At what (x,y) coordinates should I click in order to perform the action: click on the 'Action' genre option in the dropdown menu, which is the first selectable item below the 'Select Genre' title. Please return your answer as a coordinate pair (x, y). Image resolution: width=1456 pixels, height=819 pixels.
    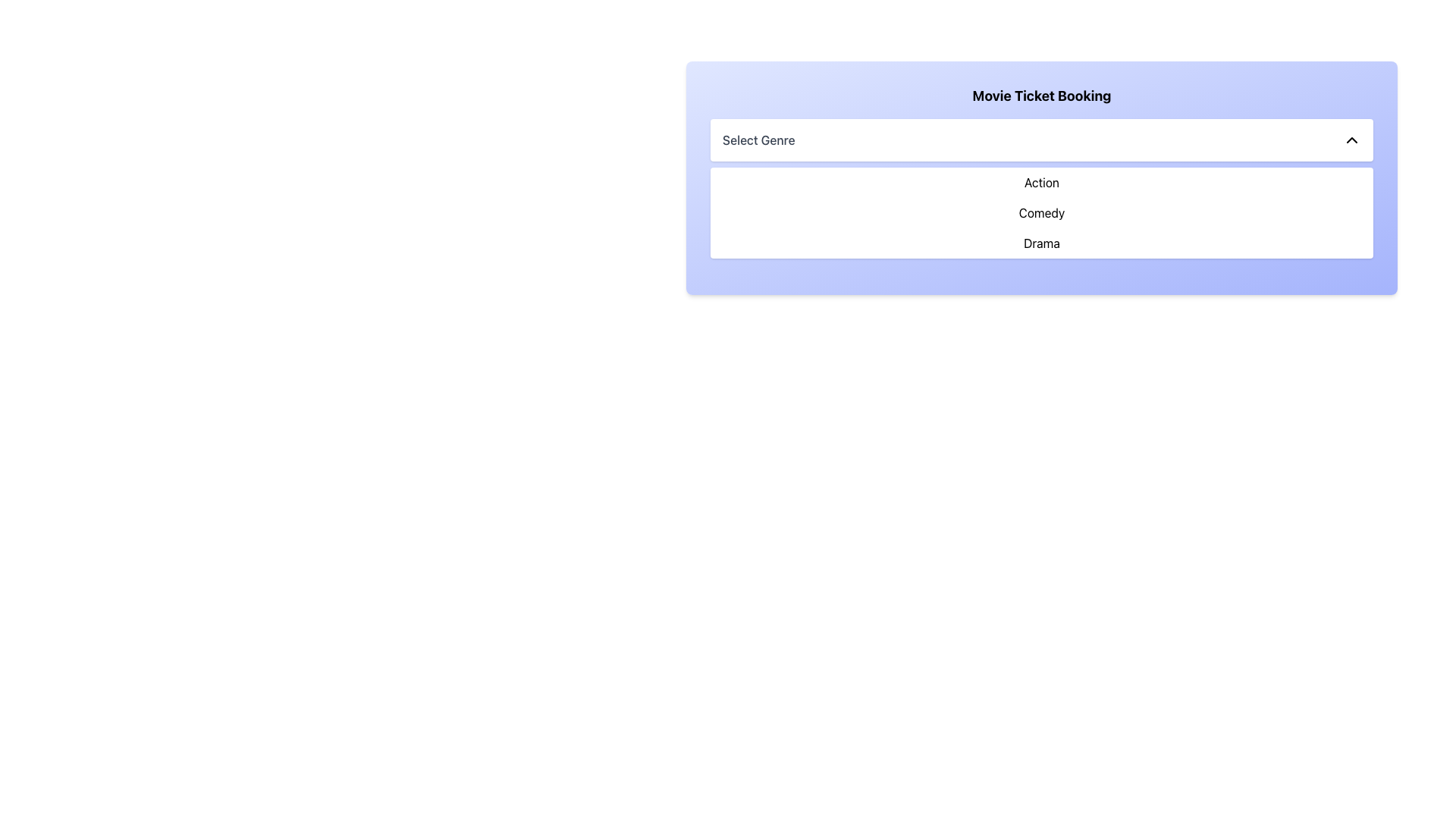
    Looking at the image, I should click on (1040, 188).